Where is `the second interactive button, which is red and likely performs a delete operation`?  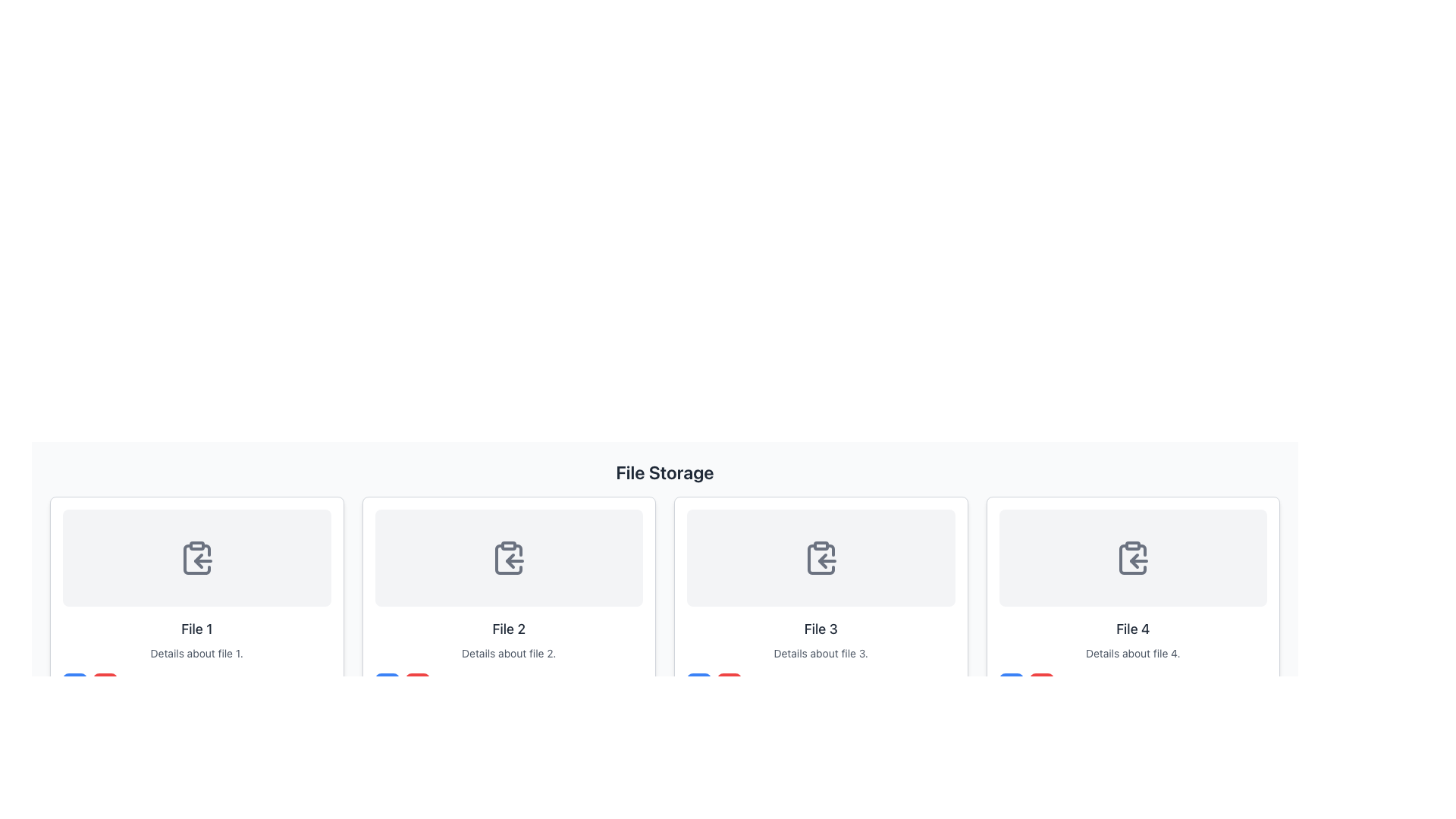
the second interactive button, which is red and likely performs a delete operation is located at coordinates (105, 685).